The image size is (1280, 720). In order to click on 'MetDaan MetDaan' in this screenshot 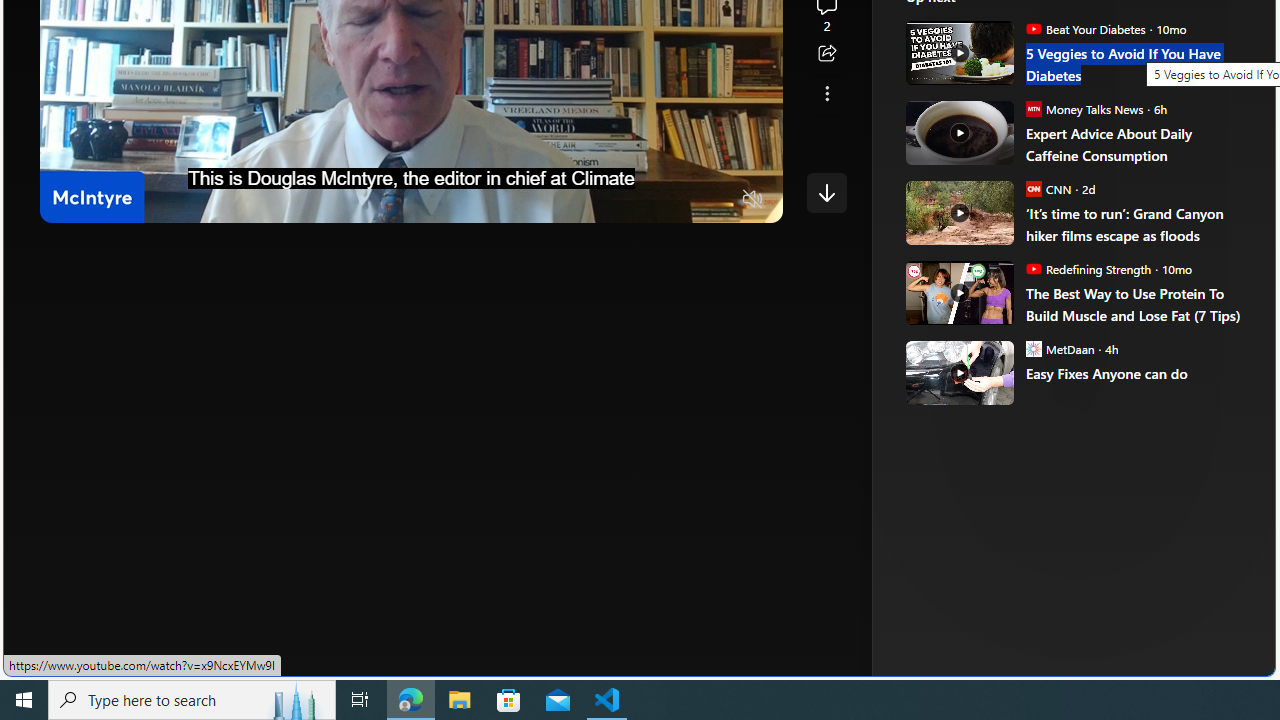, I will do `click(1058, 347)`.